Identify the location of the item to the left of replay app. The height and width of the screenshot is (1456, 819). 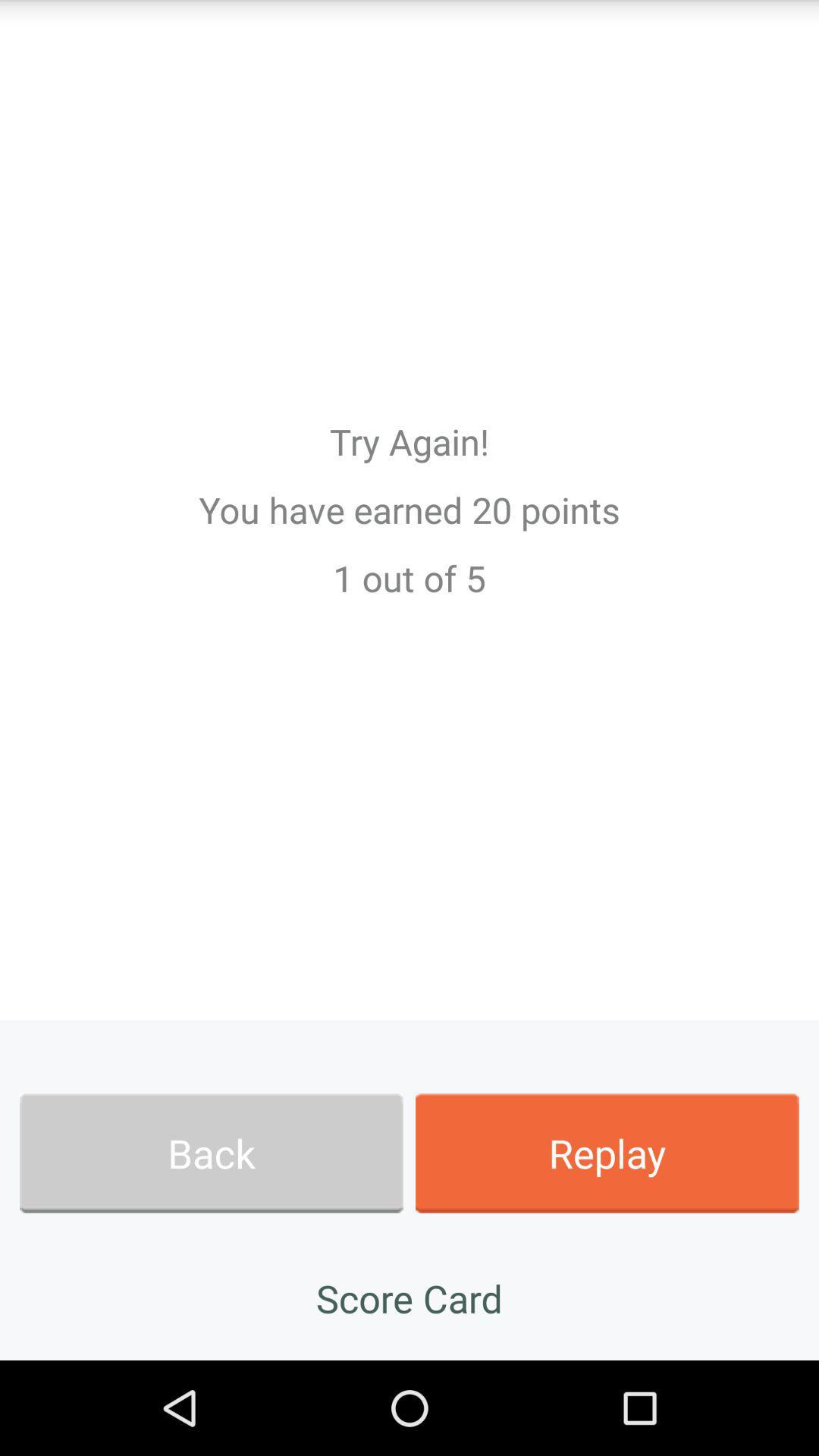
(211, 1153).